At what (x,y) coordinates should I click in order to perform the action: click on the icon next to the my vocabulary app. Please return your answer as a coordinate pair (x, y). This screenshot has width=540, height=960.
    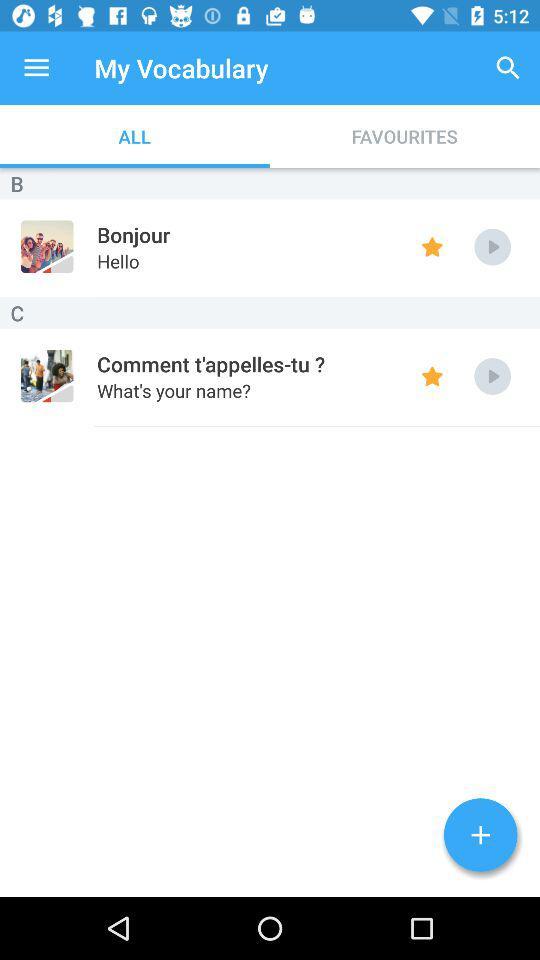
    Looking at the image, I should click on (36, 68).